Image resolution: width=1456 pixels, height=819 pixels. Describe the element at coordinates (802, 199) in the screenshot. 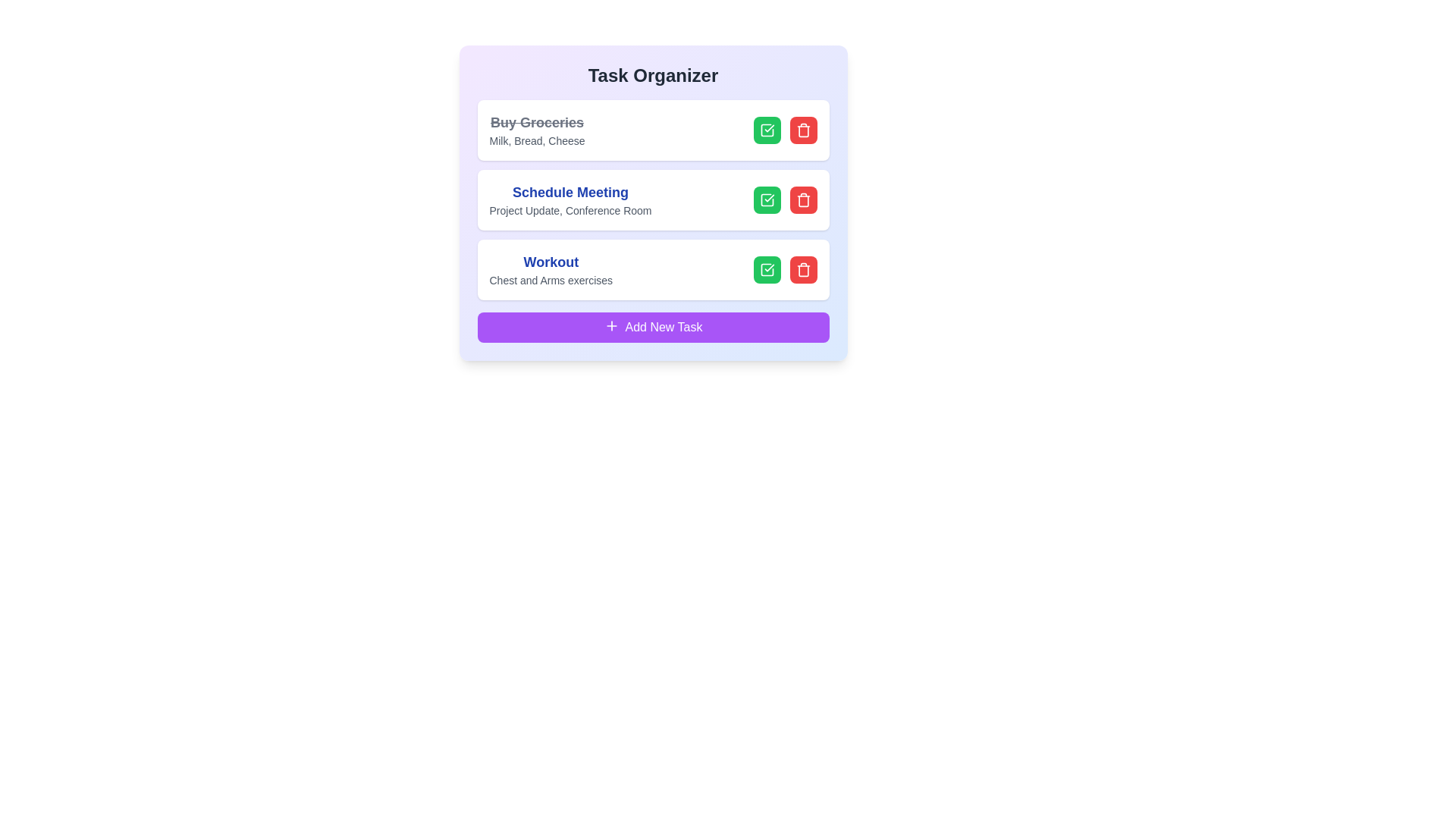

I see `the delete button for the task named Schedule Meeting` at that location.